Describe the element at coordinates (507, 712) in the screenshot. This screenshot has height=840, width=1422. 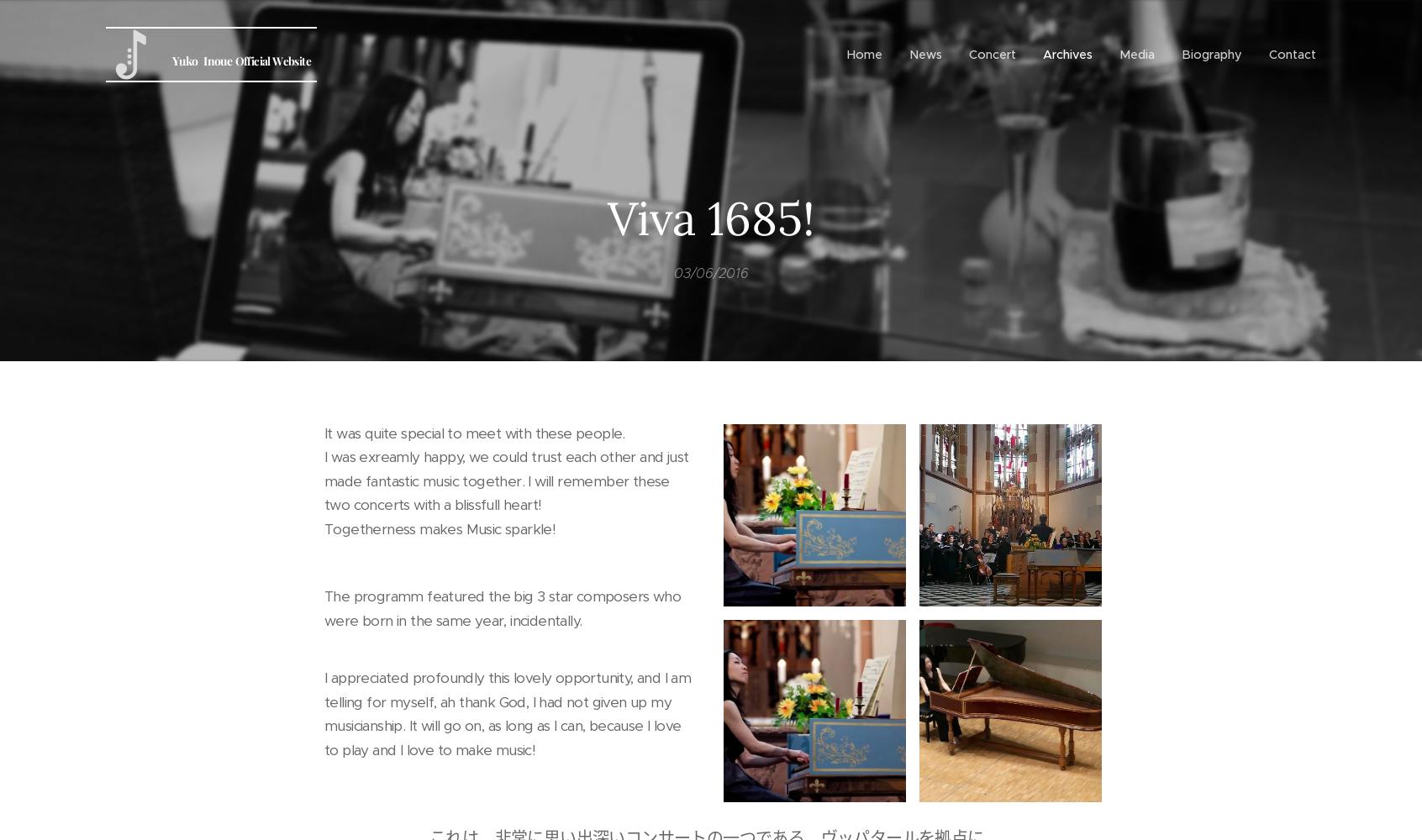
I see `'I appreciated profoundly this lovely opportunity, and I am telling for myself, ah thank God, I had not given up my musicianship. It will go on, as long as I can, because I love to play and I love to make music!'` at that location.